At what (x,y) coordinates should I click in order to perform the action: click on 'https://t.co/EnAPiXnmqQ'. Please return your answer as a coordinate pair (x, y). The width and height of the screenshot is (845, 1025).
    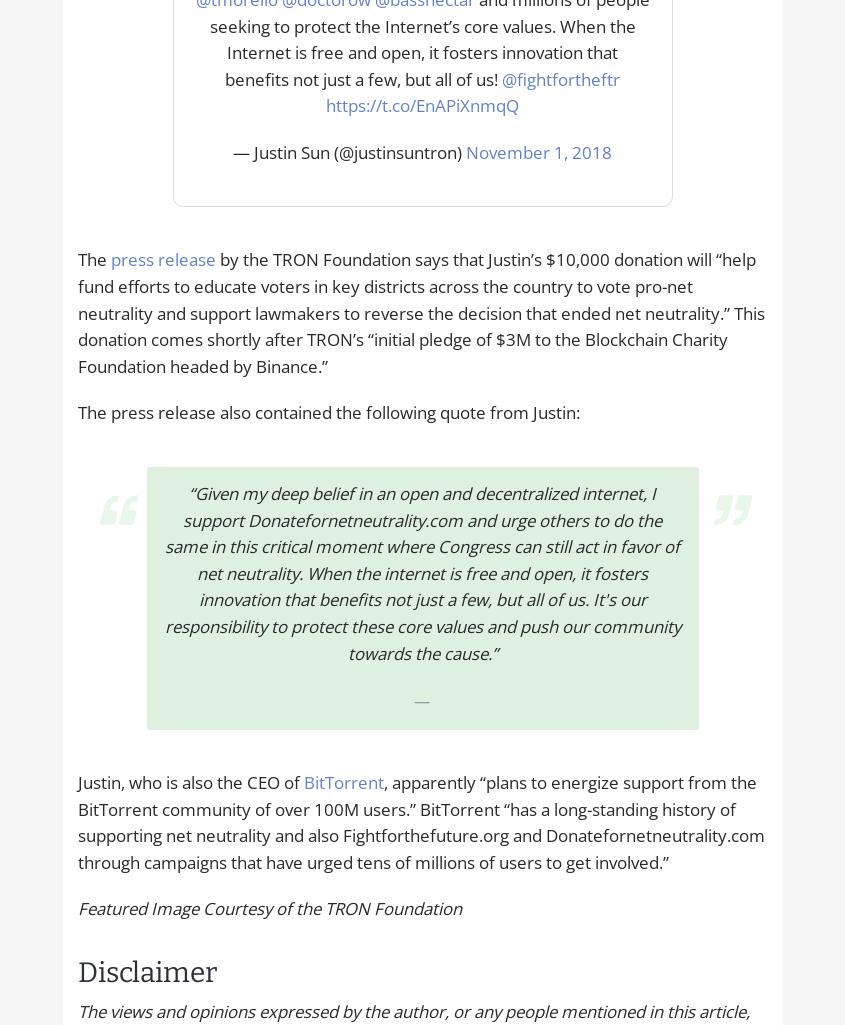
    Looking at the image, I should click on (421, 105).